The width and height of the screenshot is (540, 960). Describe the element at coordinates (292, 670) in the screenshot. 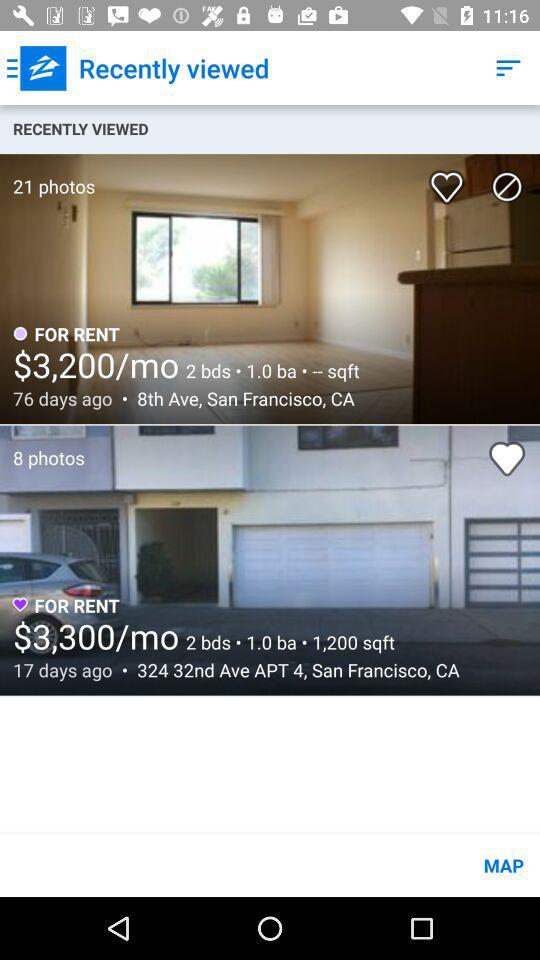

I see `icon below $3,300/mo item` at that location.